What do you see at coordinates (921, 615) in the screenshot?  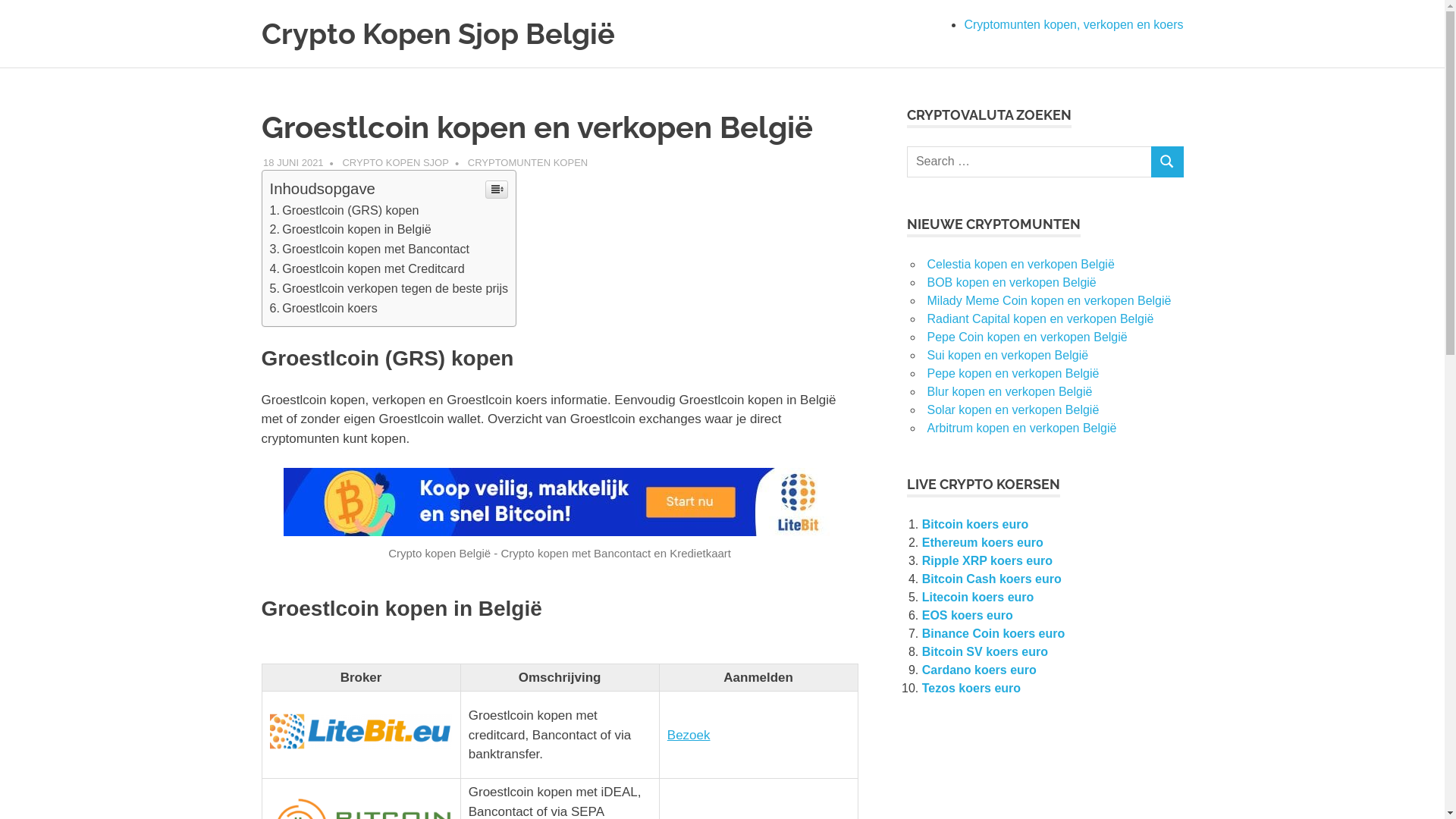 I see `'EOS koers euro'` at bounding box center [921, 615].